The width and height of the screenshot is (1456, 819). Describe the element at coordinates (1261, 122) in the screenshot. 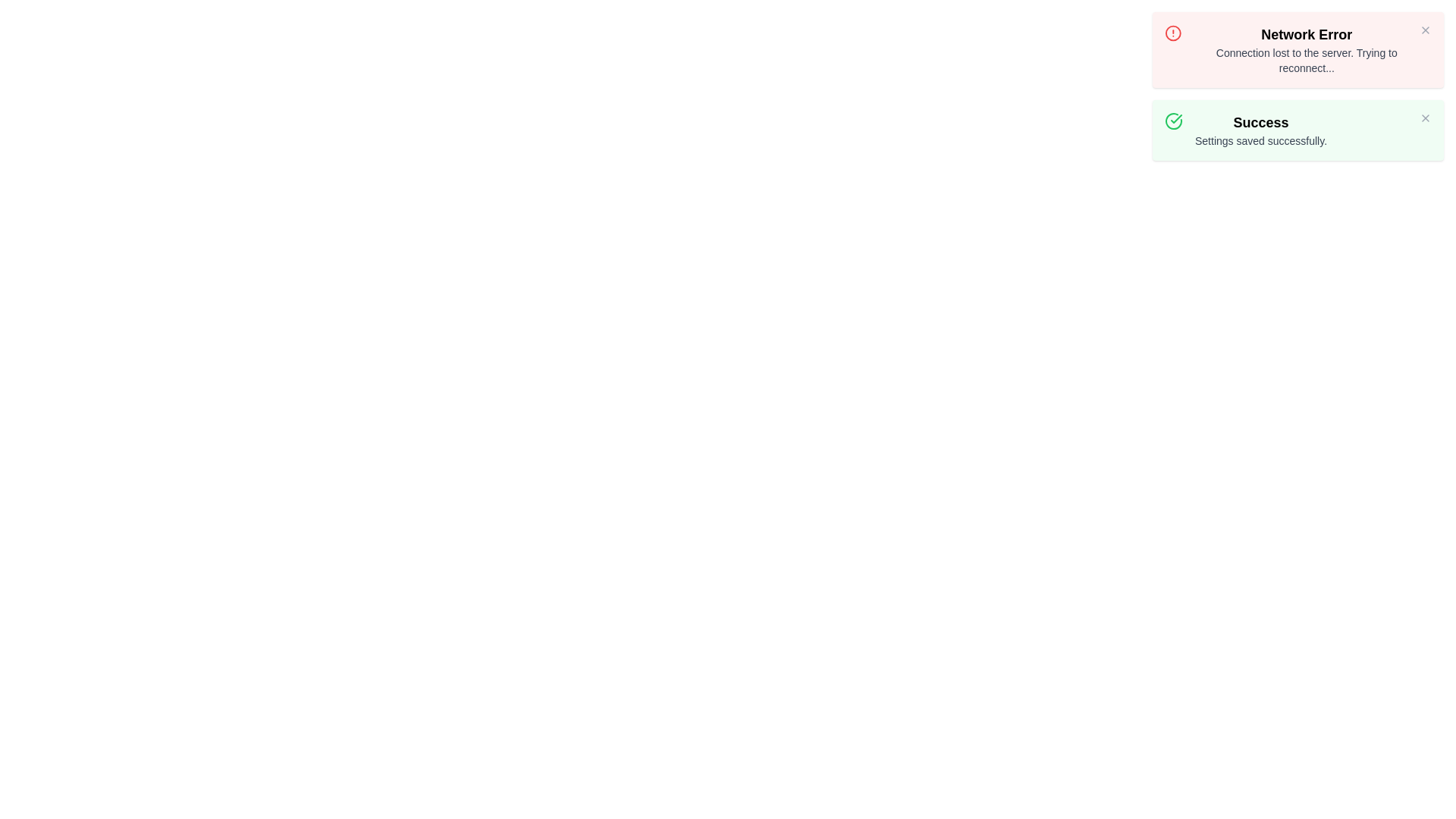

I see `the static text label that indicates a successful operation, positioned in the lower right of the interface` at that location.